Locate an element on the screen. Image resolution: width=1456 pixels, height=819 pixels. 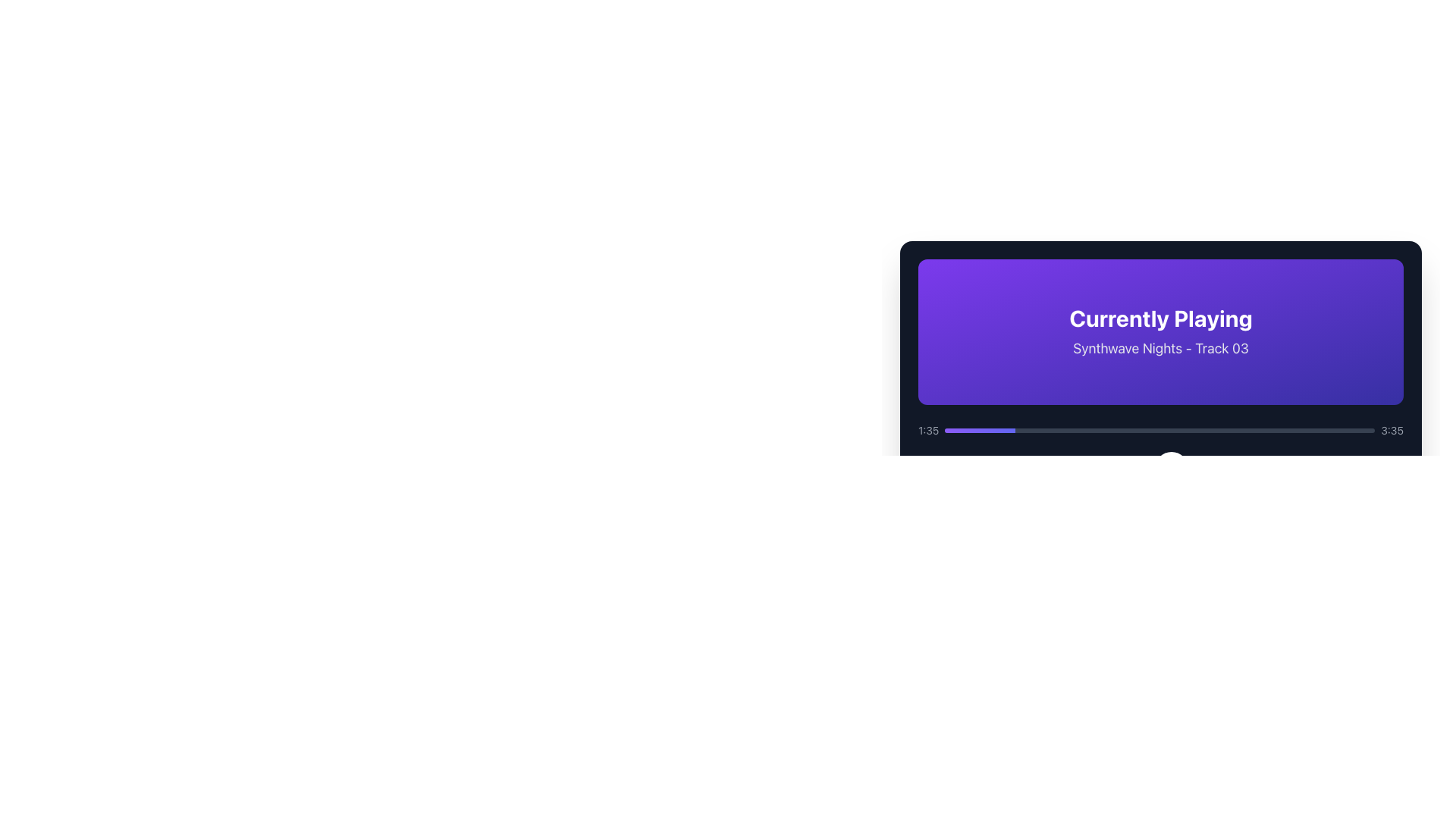
the text display element that shows 'Synthwave NightsVarious Artists' for accessibility features is located at coordinates (1125, 601).